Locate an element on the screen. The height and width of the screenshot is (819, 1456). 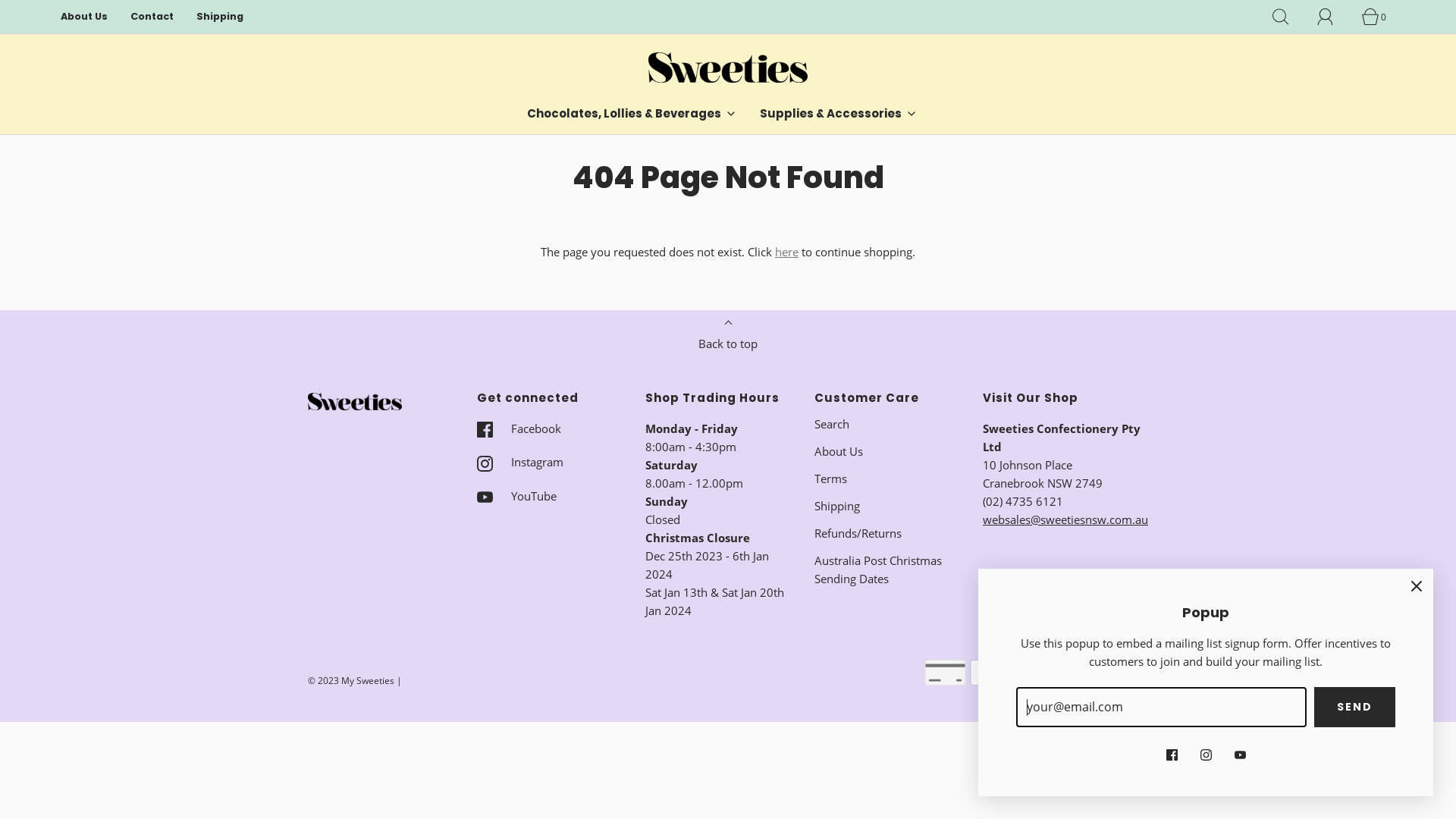
'YouTube icon' is located at coordinates (1240, 752).